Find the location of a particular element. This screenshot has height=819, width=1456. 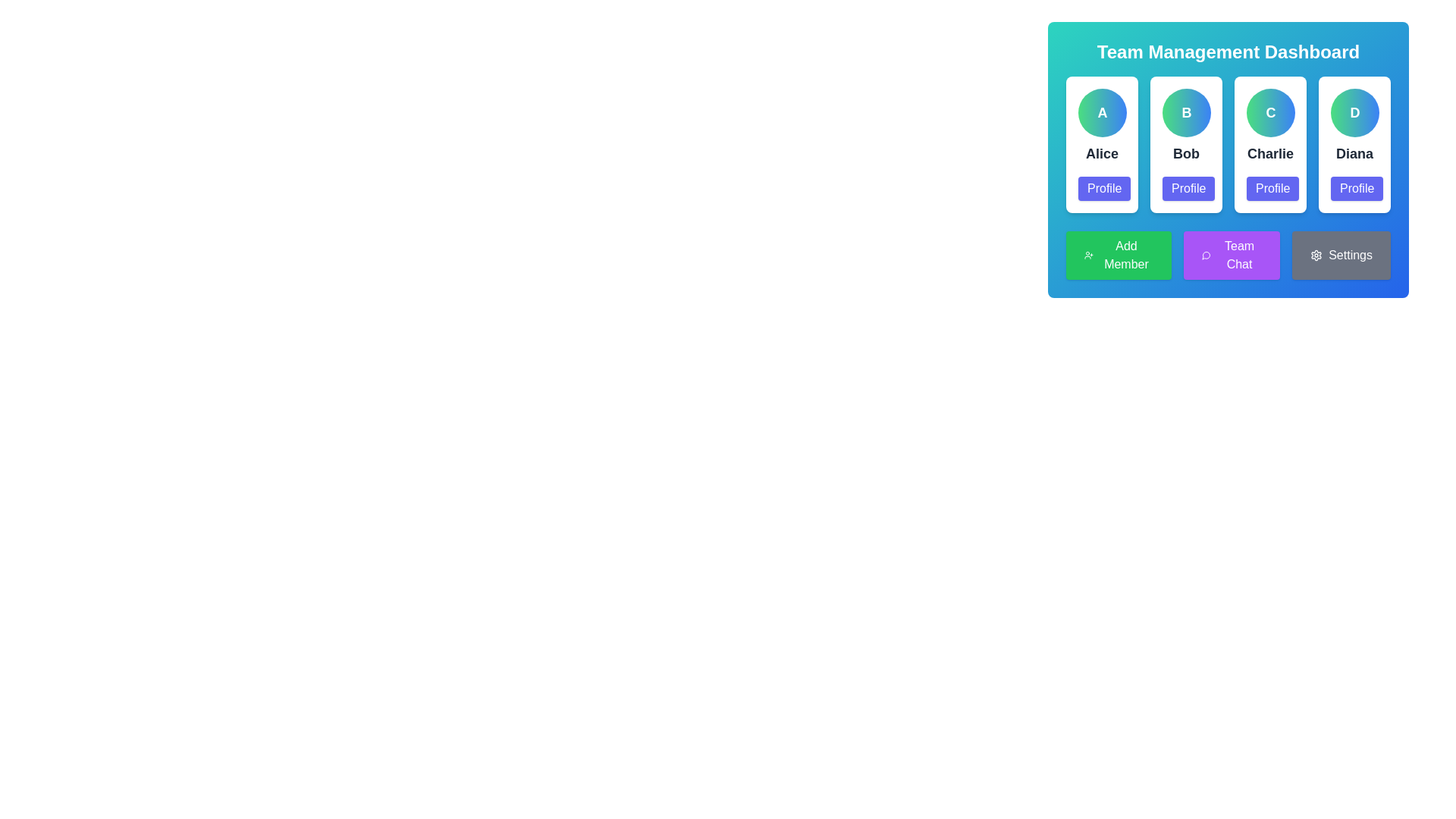

the user avatar display for user 'Diana', which is positioned above the text 'Diana' and the 'Profile' button is located at coordinates (1354, 112).